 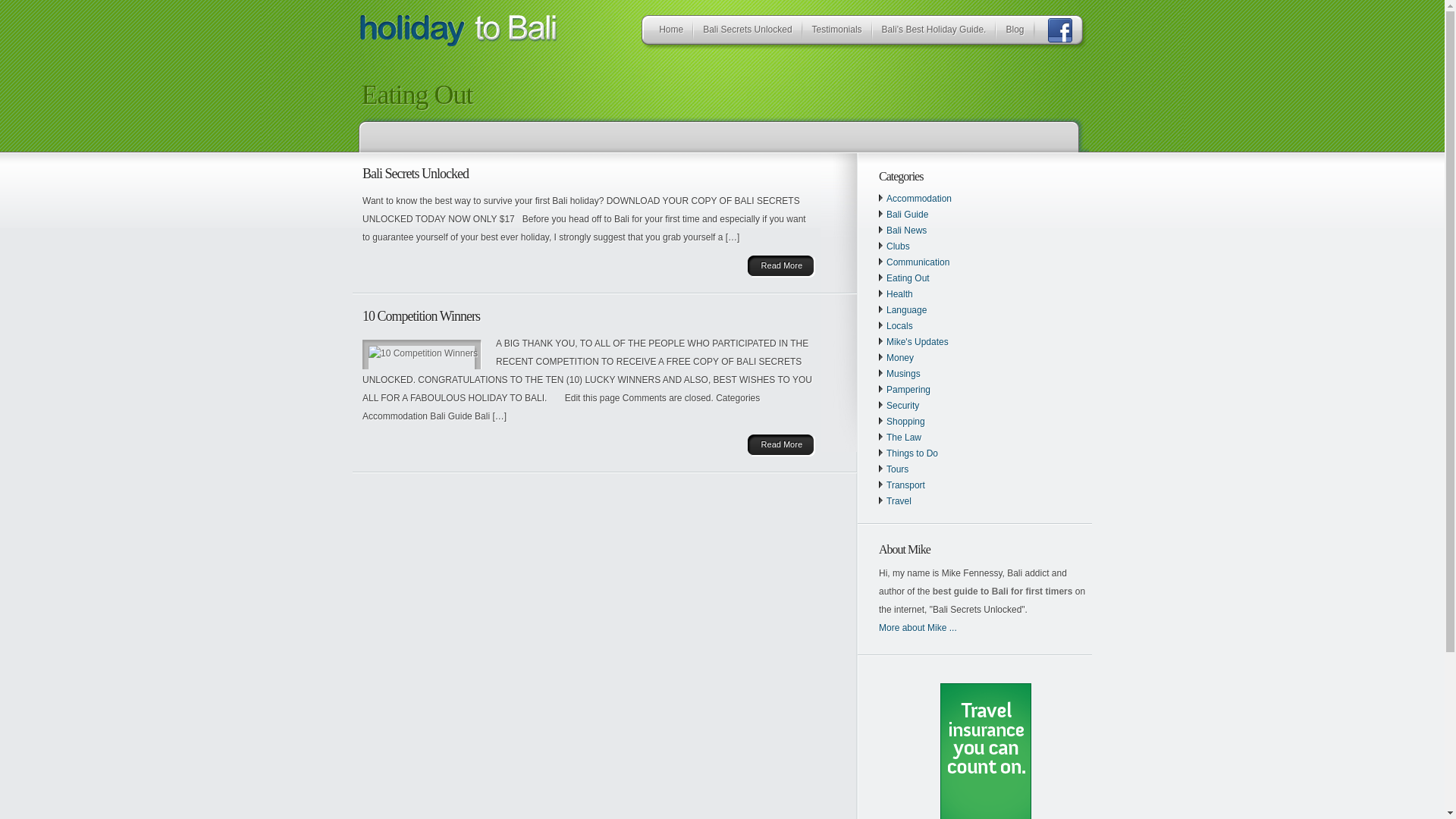 What do you see at coordinates (912, 452) in the screenshot?
I see `'Things to Do'` at bounding box center [912, 452].